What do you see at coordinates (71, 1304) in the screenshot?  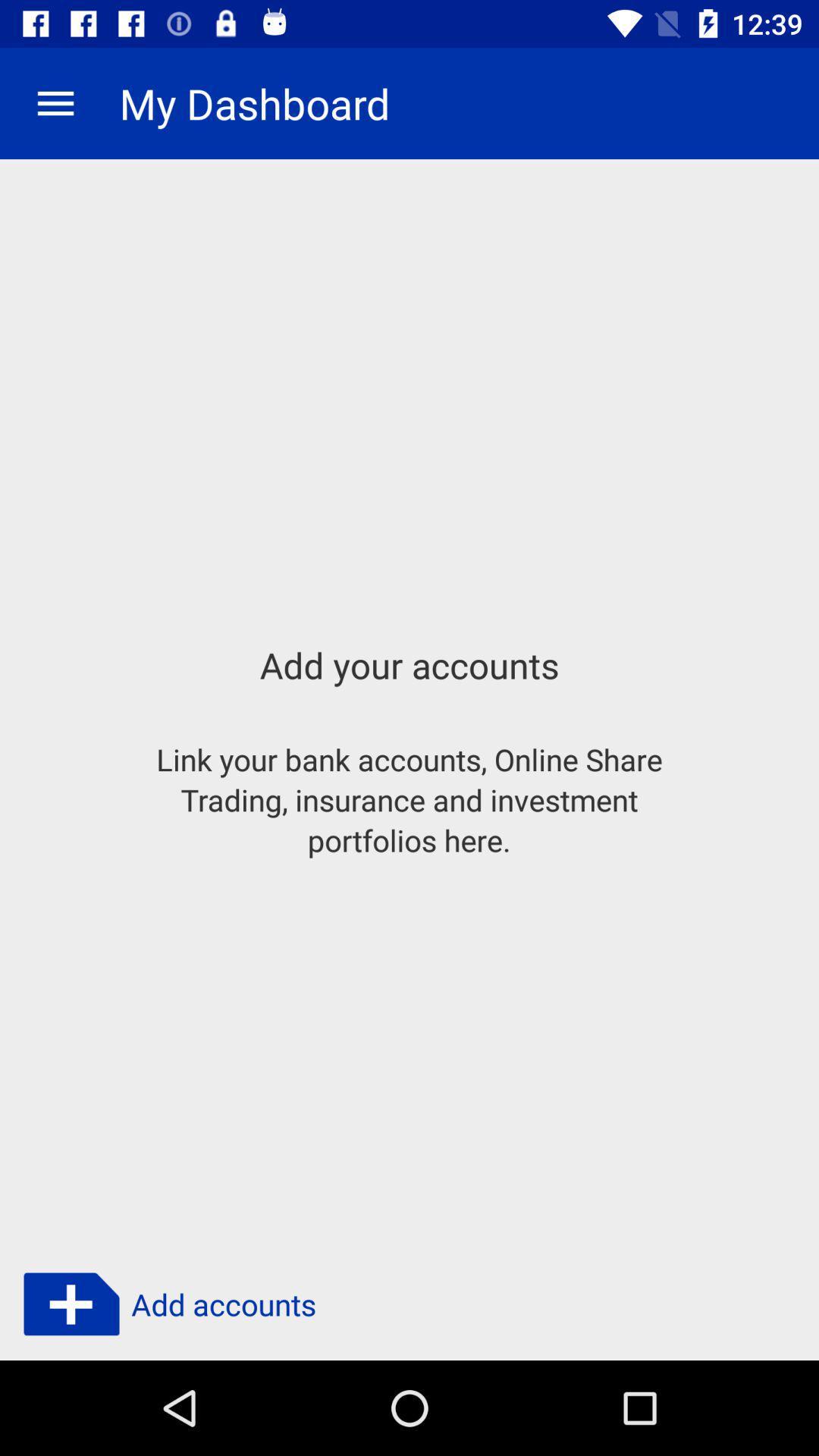 I see `an account` at bounding box center [71, 1304].